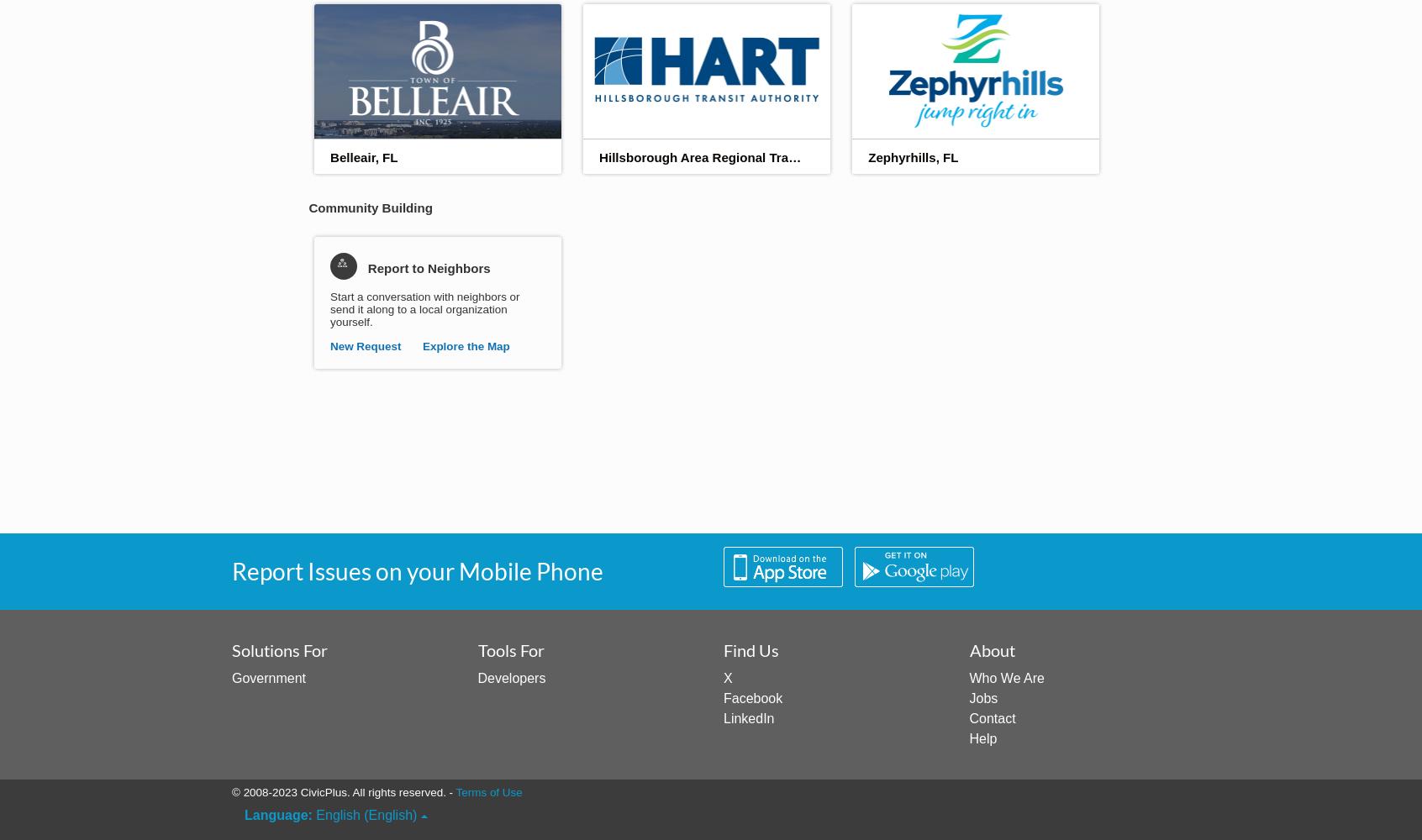  I want to click on 'Terms of Use', so click(487, 791).